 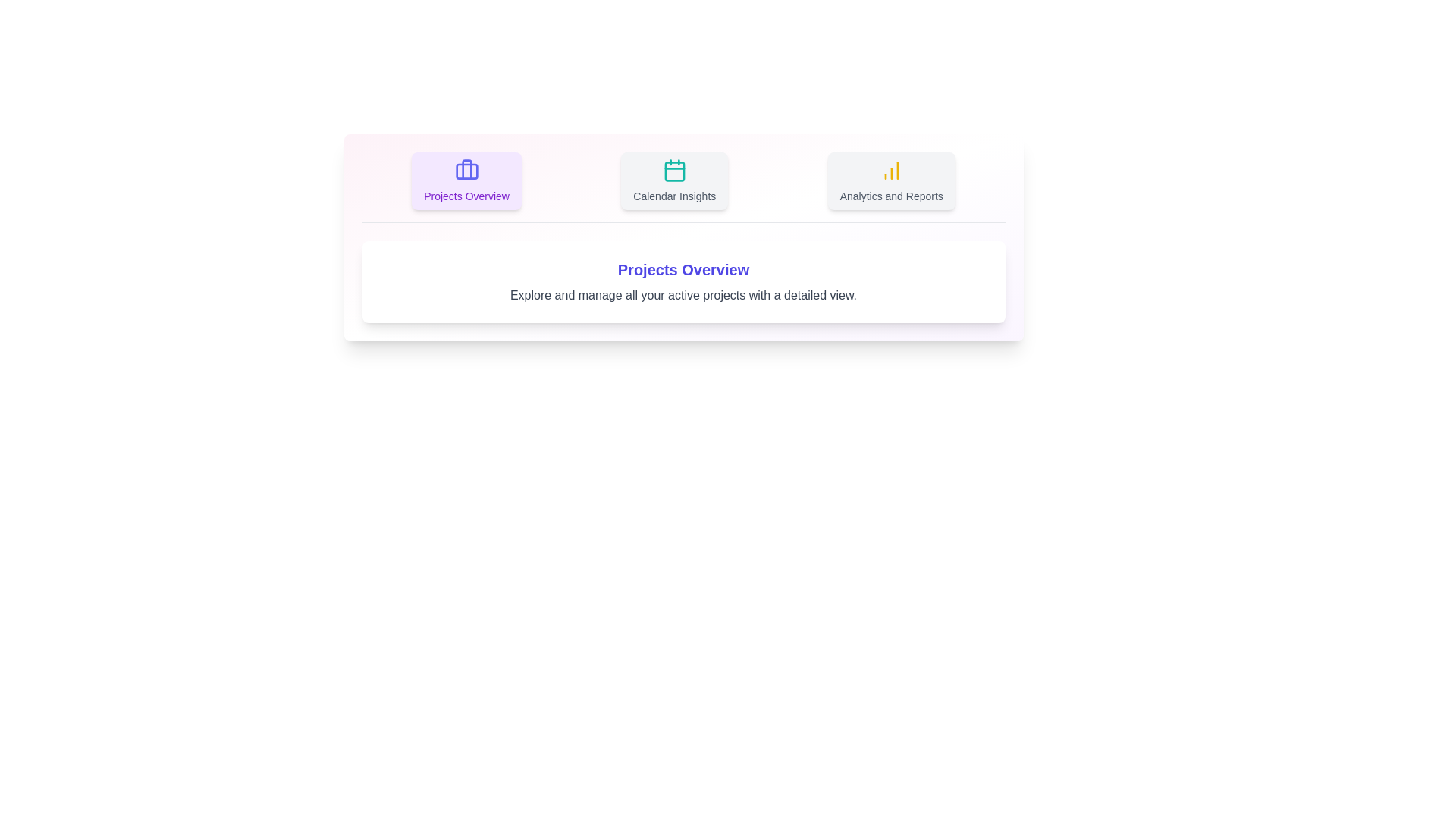 I want to click on the tab labeled 'Projects Overview' to observe the visual feedback, so click(x=465, y=180).